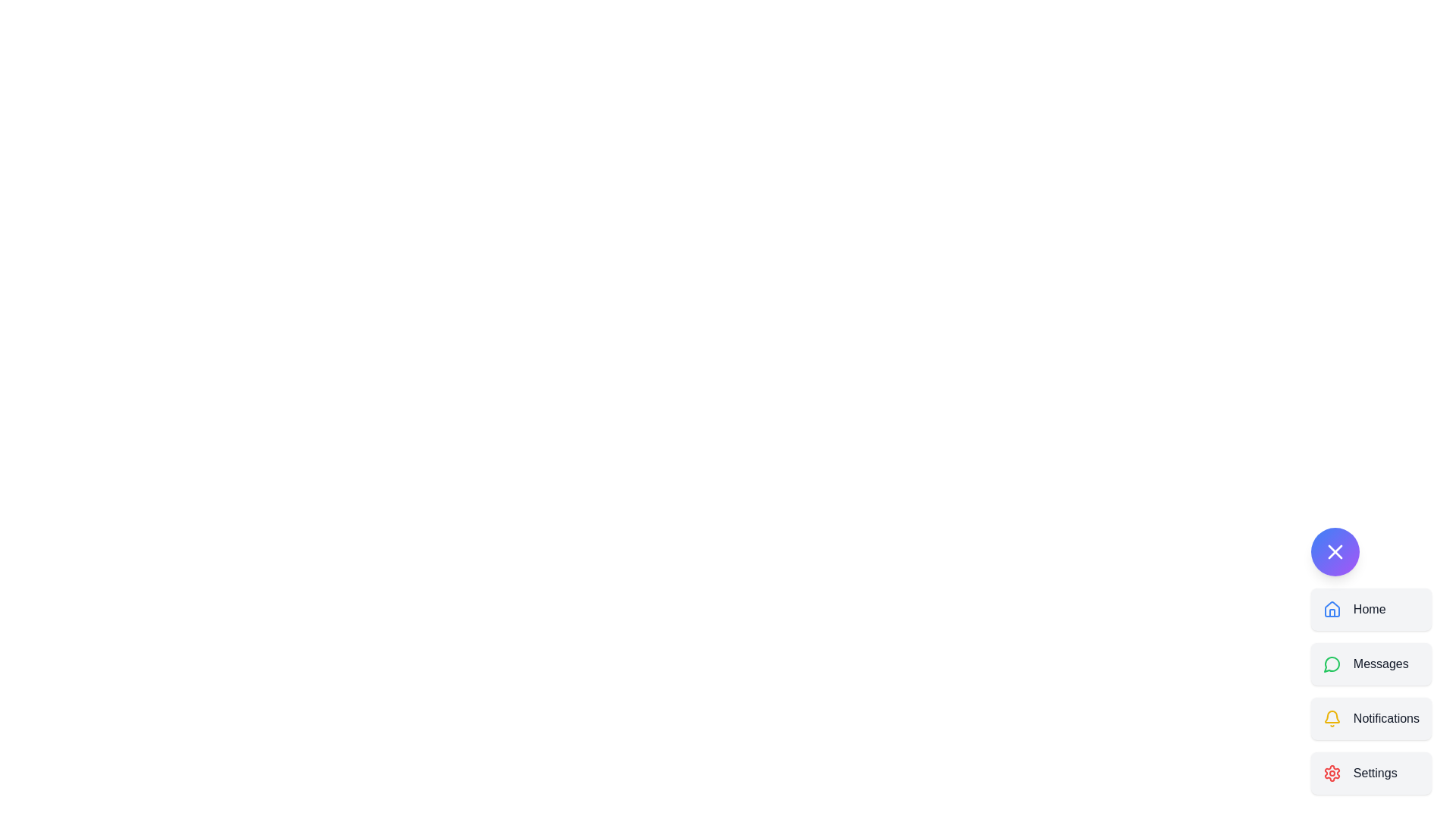 This screenshot has height=819, width=1456. I want to click on the blue outlined house icon located to the left of the 'Home' text label in the vertical navigation menu, so click(1331, 608).